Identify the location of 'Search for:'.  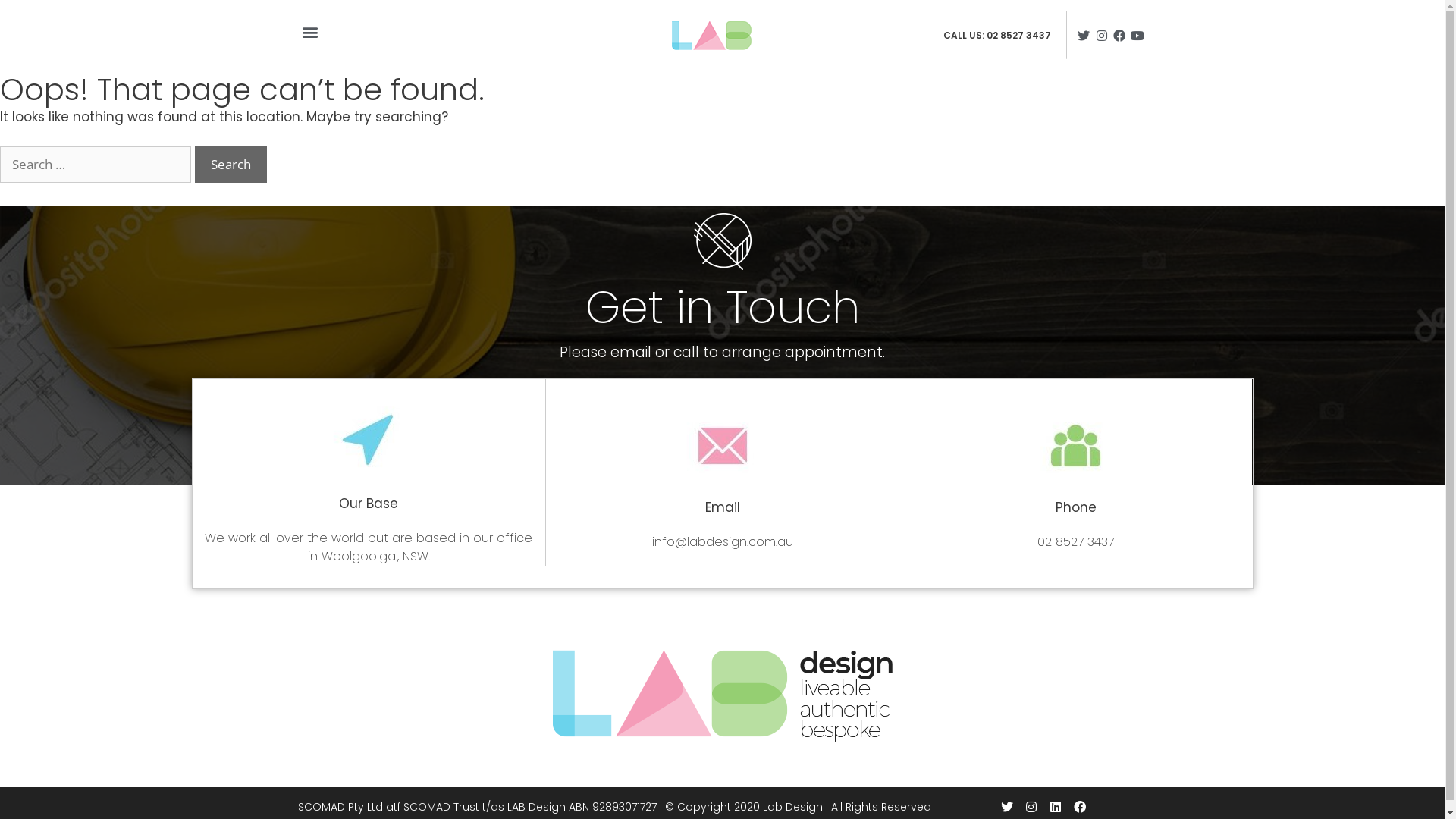
(0, 164).